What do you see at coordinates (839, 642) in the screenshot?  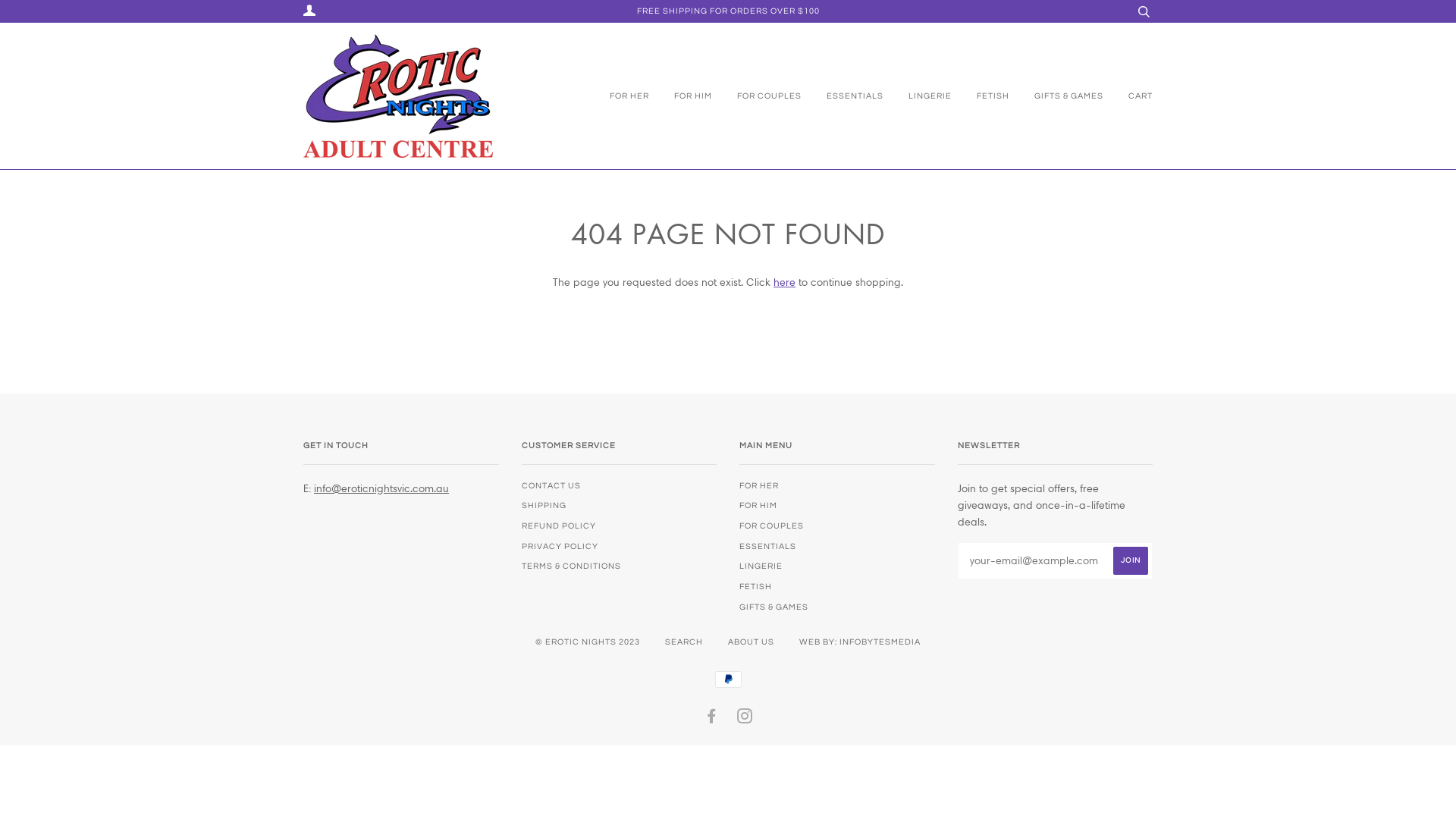 I see `'INFOBYTESMEDIA'` at bounding box center [839, 642].